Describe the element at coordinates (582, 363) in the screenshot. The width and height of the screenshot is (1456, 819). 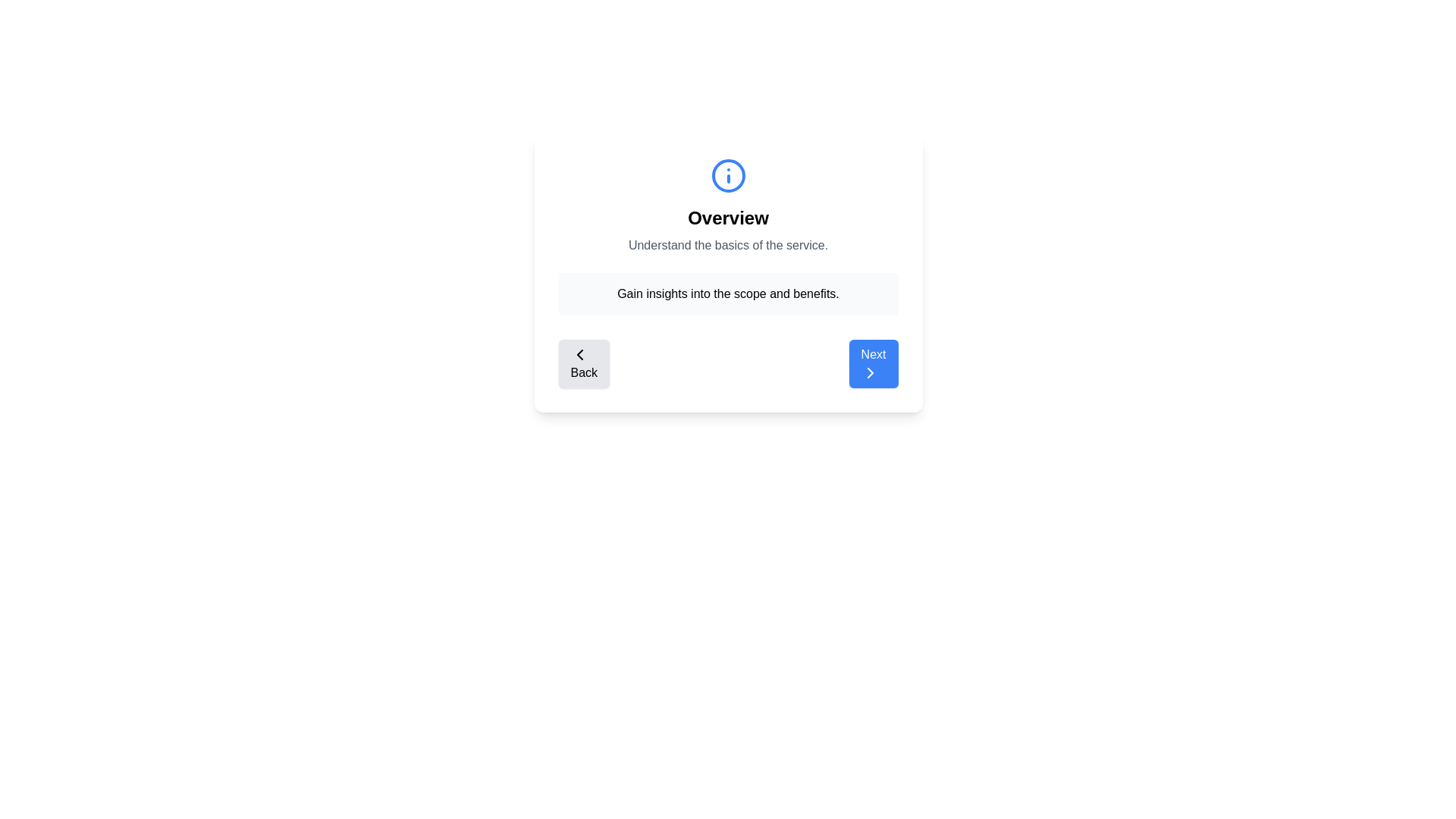
I see `the 'Back' button to navigate to the previous step` at that location.